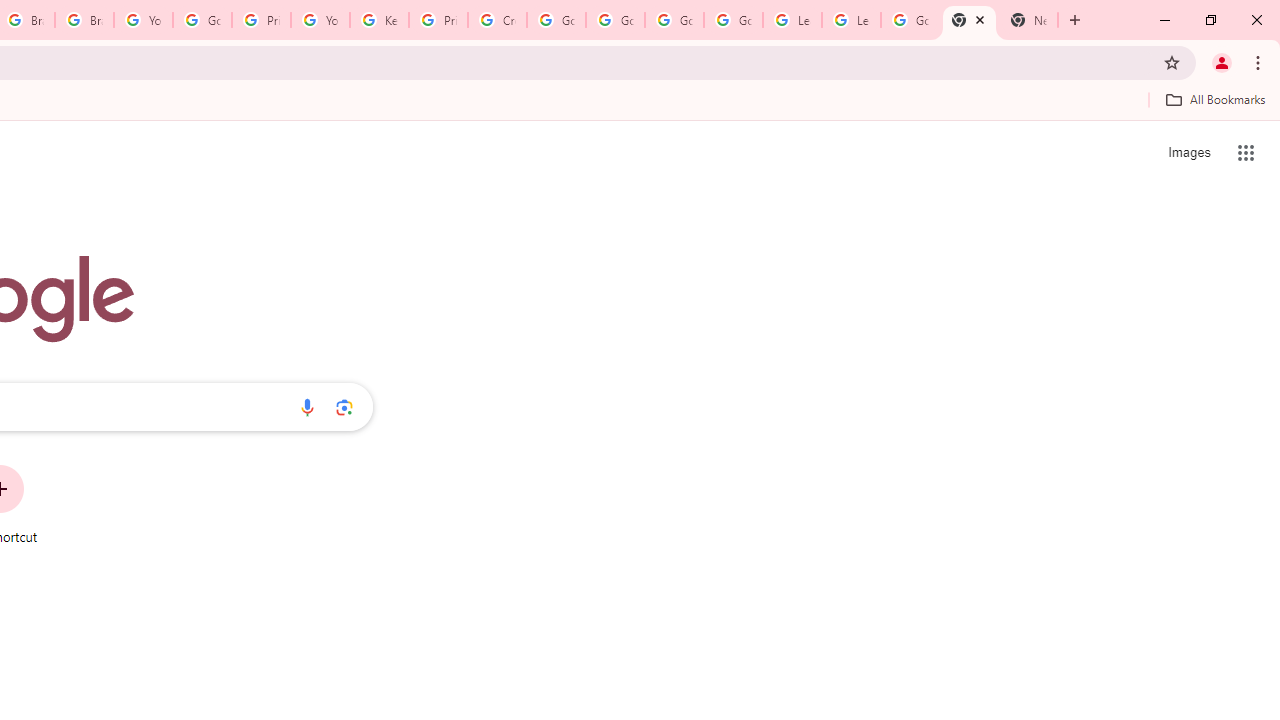  I want to click on 'Google Account Help', so click(202, 20).